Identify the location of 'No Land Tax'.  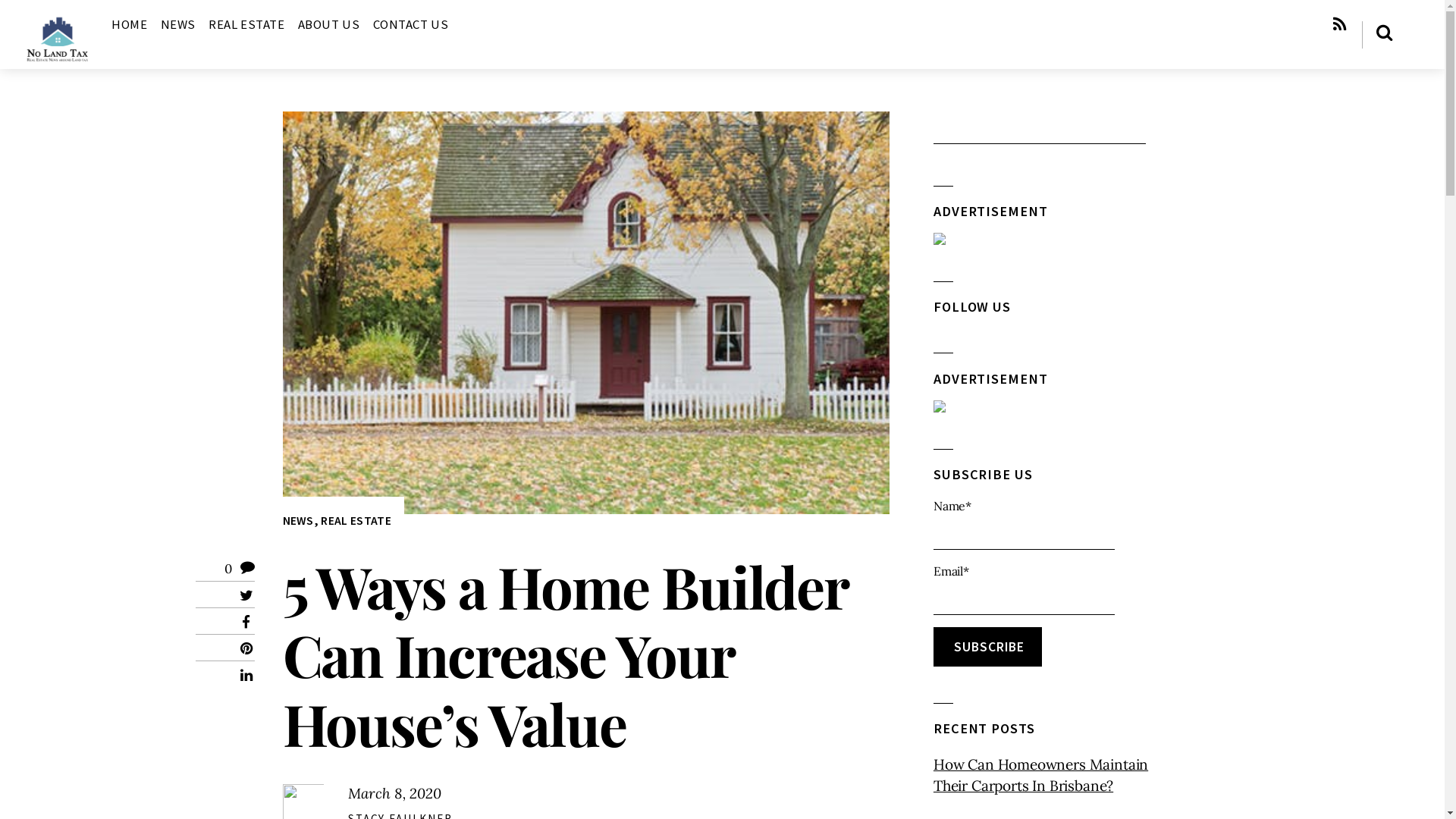
(58, 58).